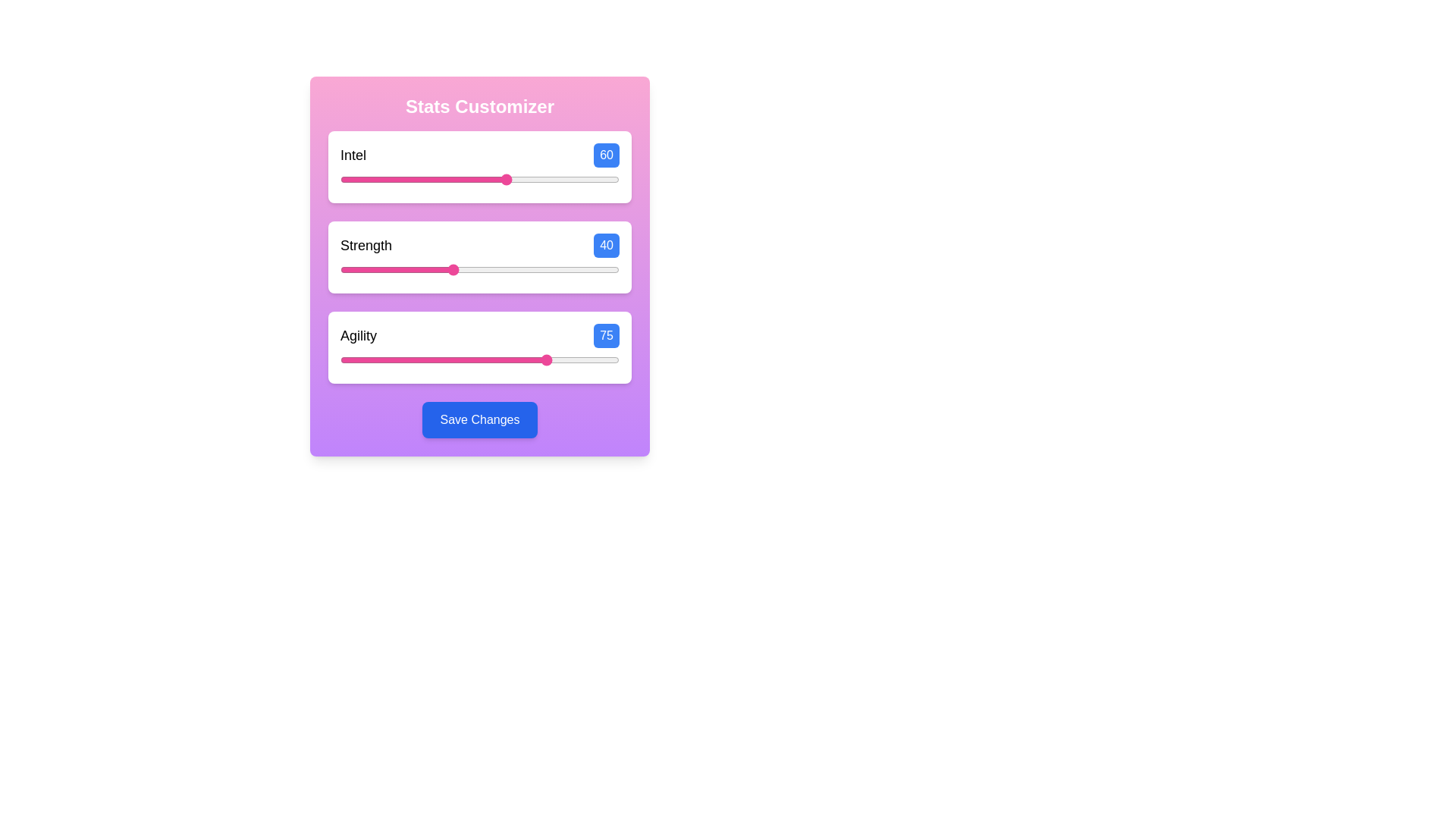 Image resolution: width=1456 pixels, height=819 pixels. I want to click on the Strength slider, so click(388, 268).